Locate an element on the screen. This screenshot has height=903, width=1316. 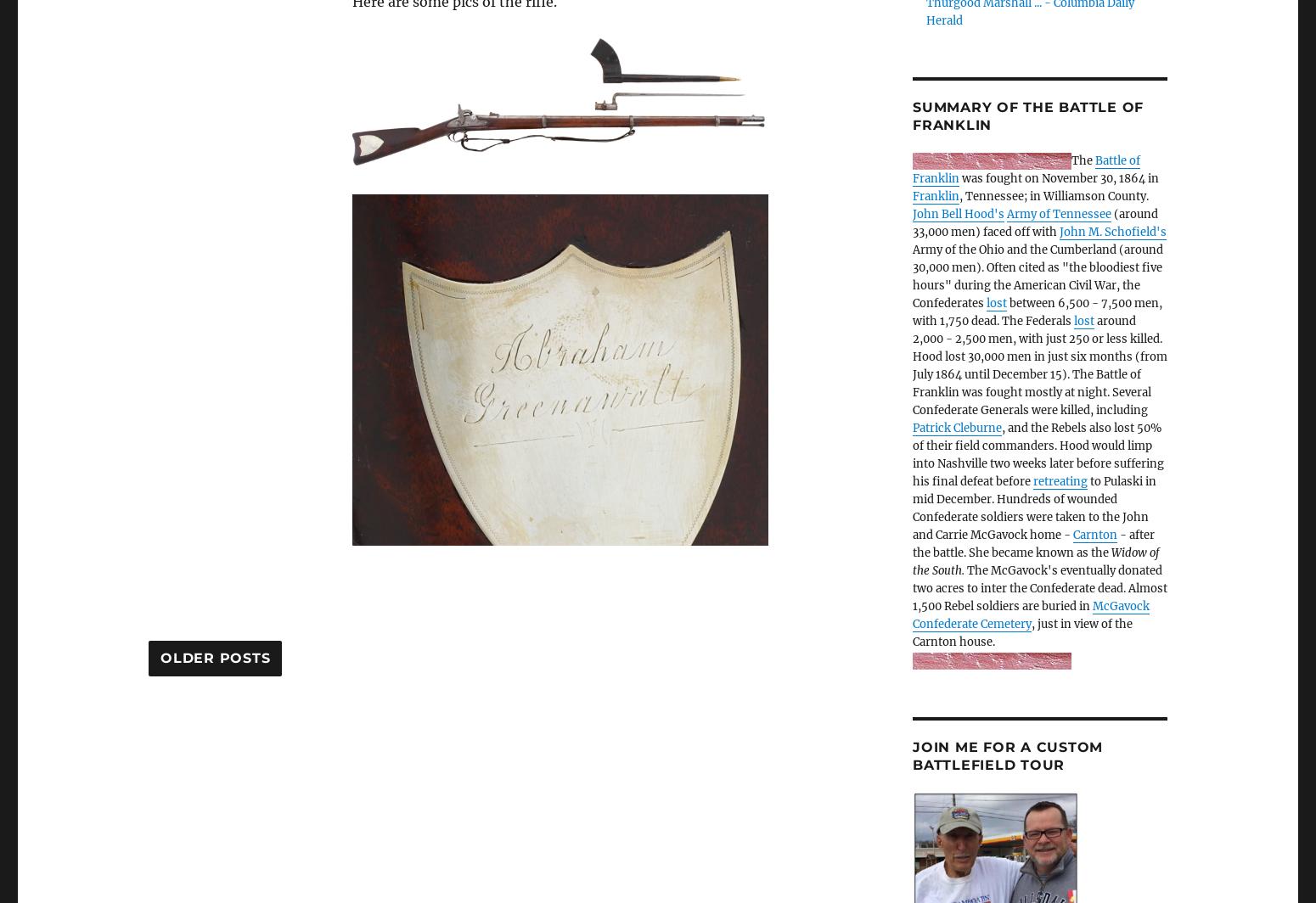
'was fought on November 30, 1864 in' is located at coordinates (958, 178).